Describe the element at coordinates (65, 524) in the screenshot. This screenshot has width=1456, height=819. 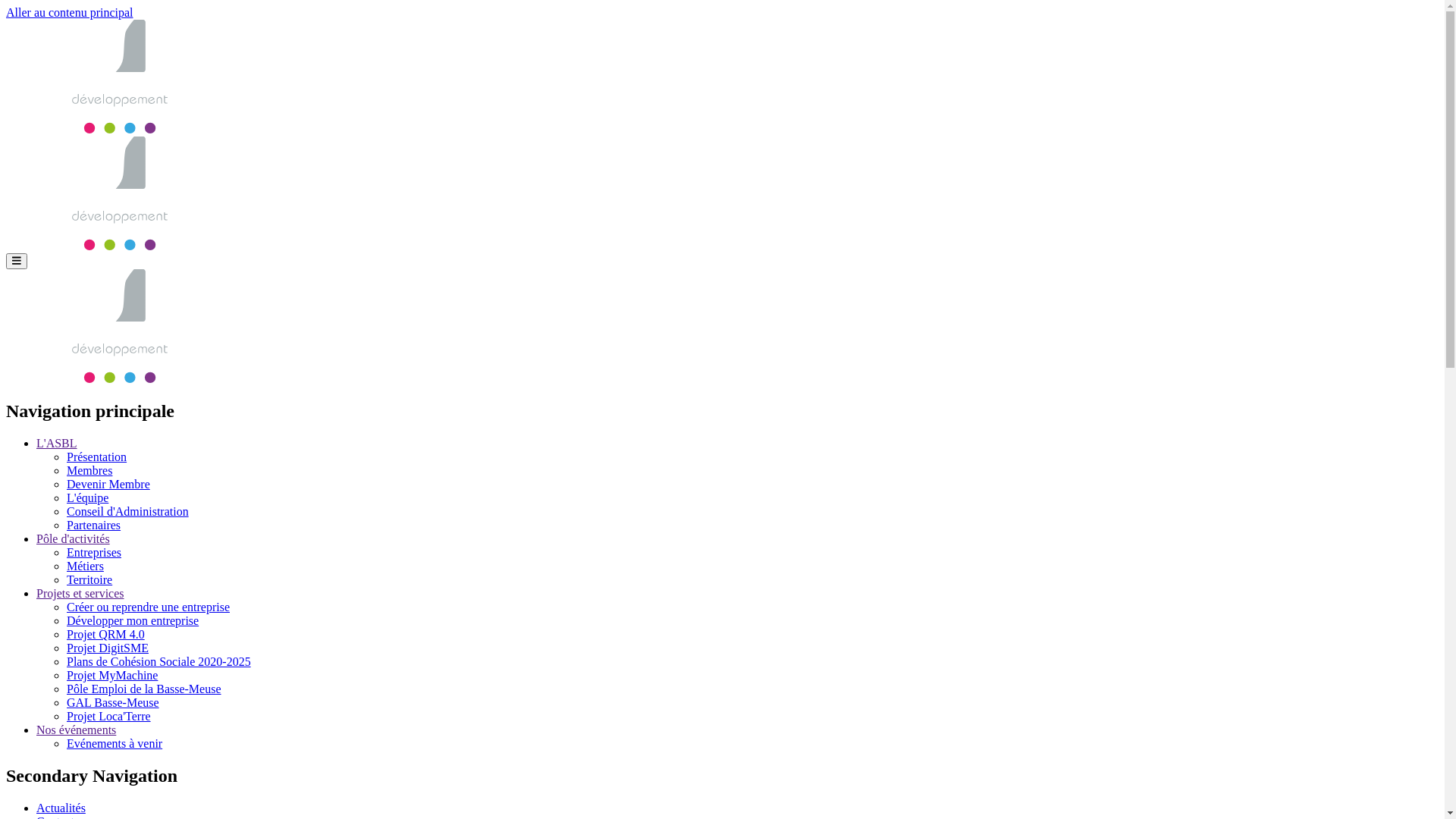
I see `'Partenaires'` at that location.